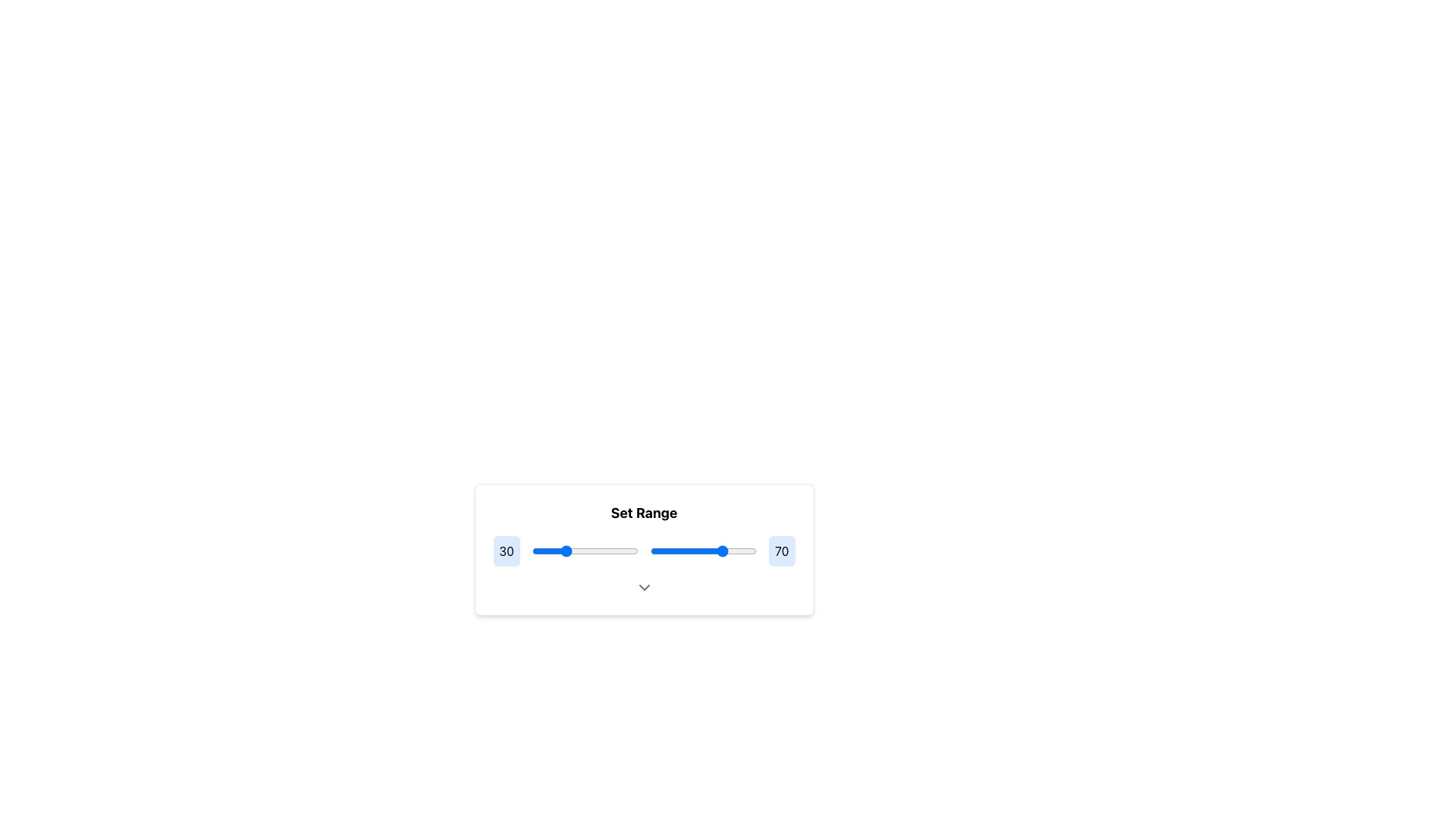  I want to click on the slider value, so click(742, 551).